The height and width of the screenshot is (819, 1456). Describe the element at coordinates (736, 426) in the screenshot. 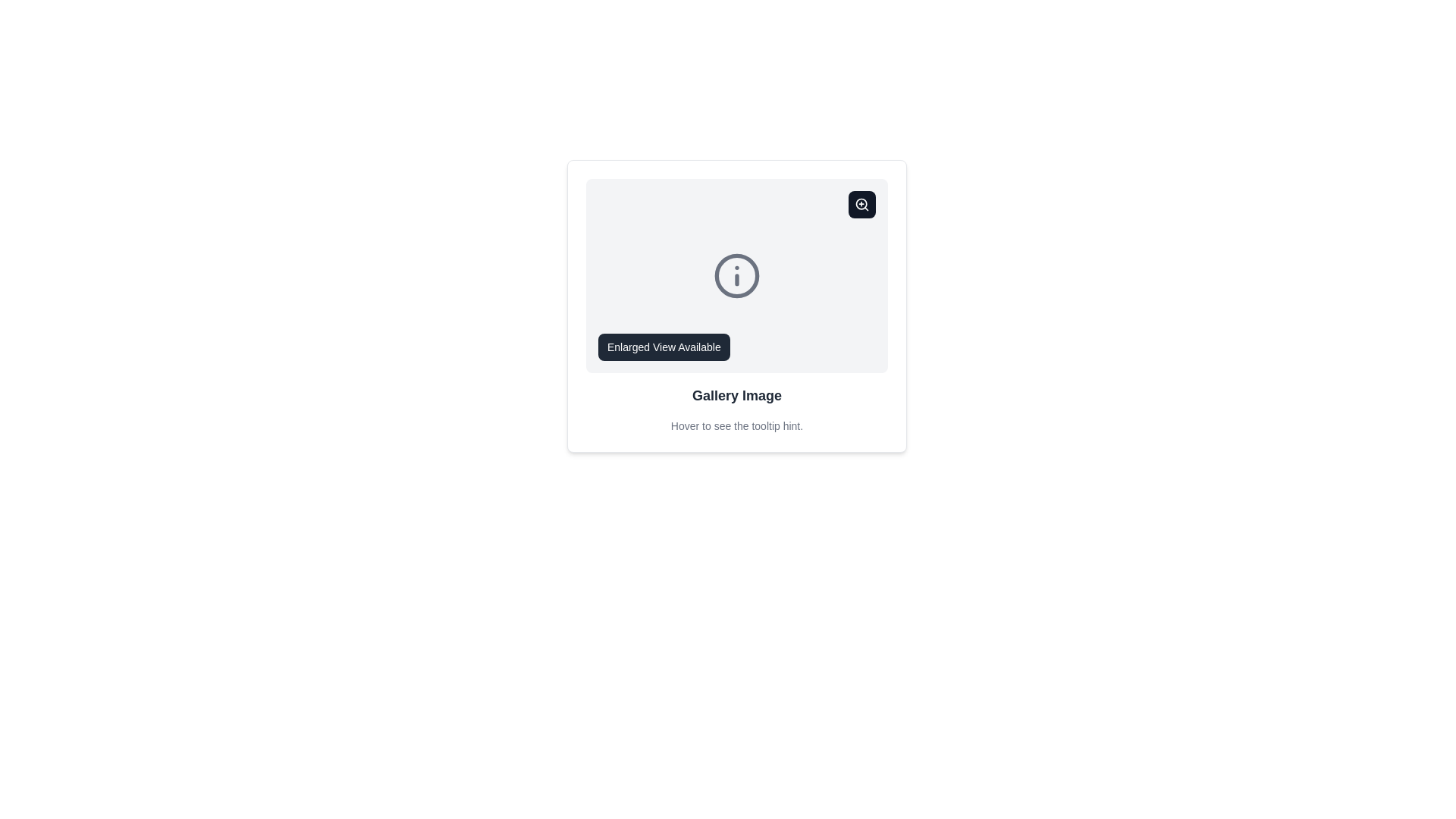

I see `the text label that informs the user about the availability of a tooltip, located beneath the 'Gallery Image' text` at that location.